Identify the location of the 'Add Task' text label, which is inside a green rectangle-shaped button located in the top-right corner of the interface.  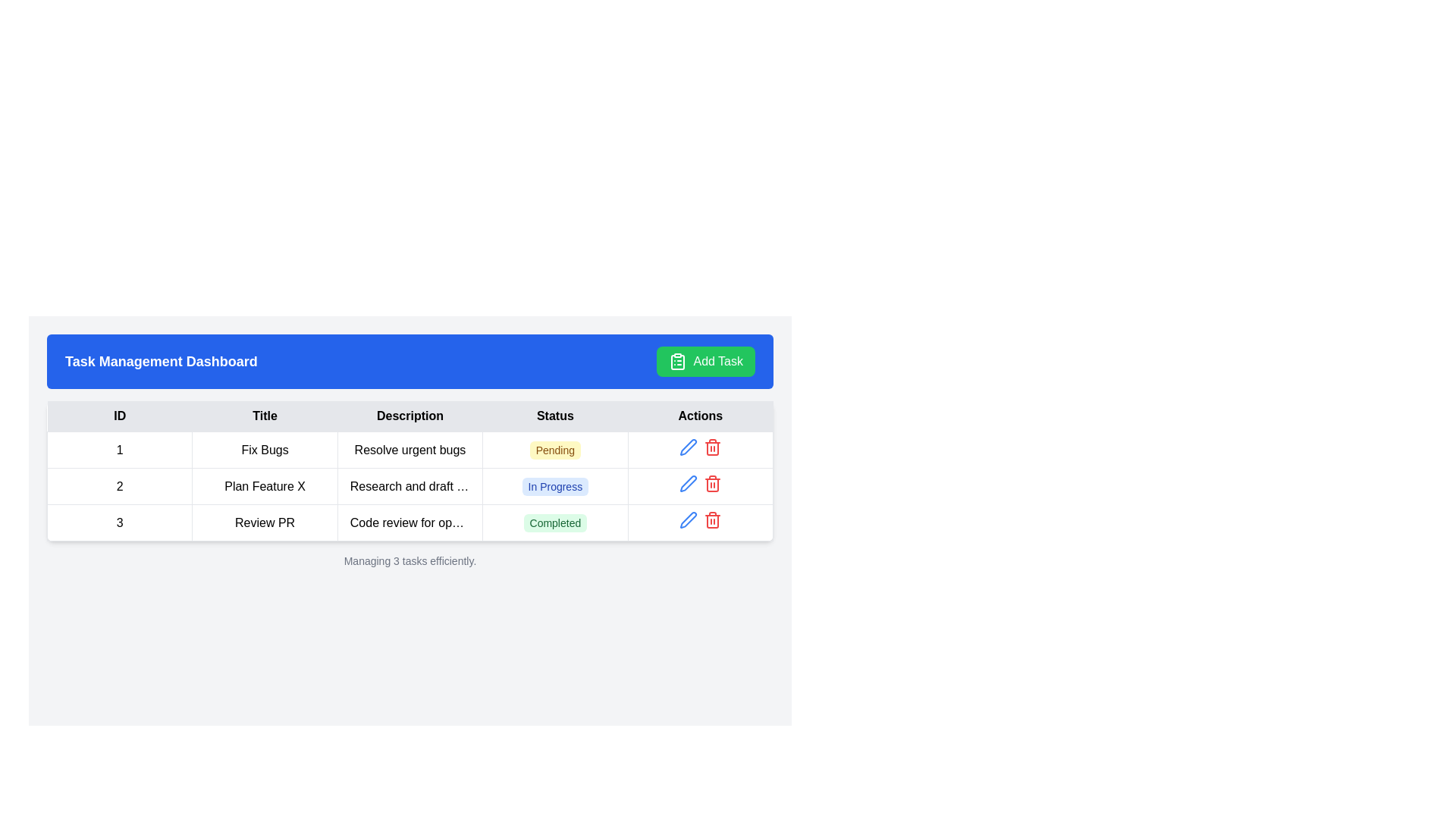
(717, 362).